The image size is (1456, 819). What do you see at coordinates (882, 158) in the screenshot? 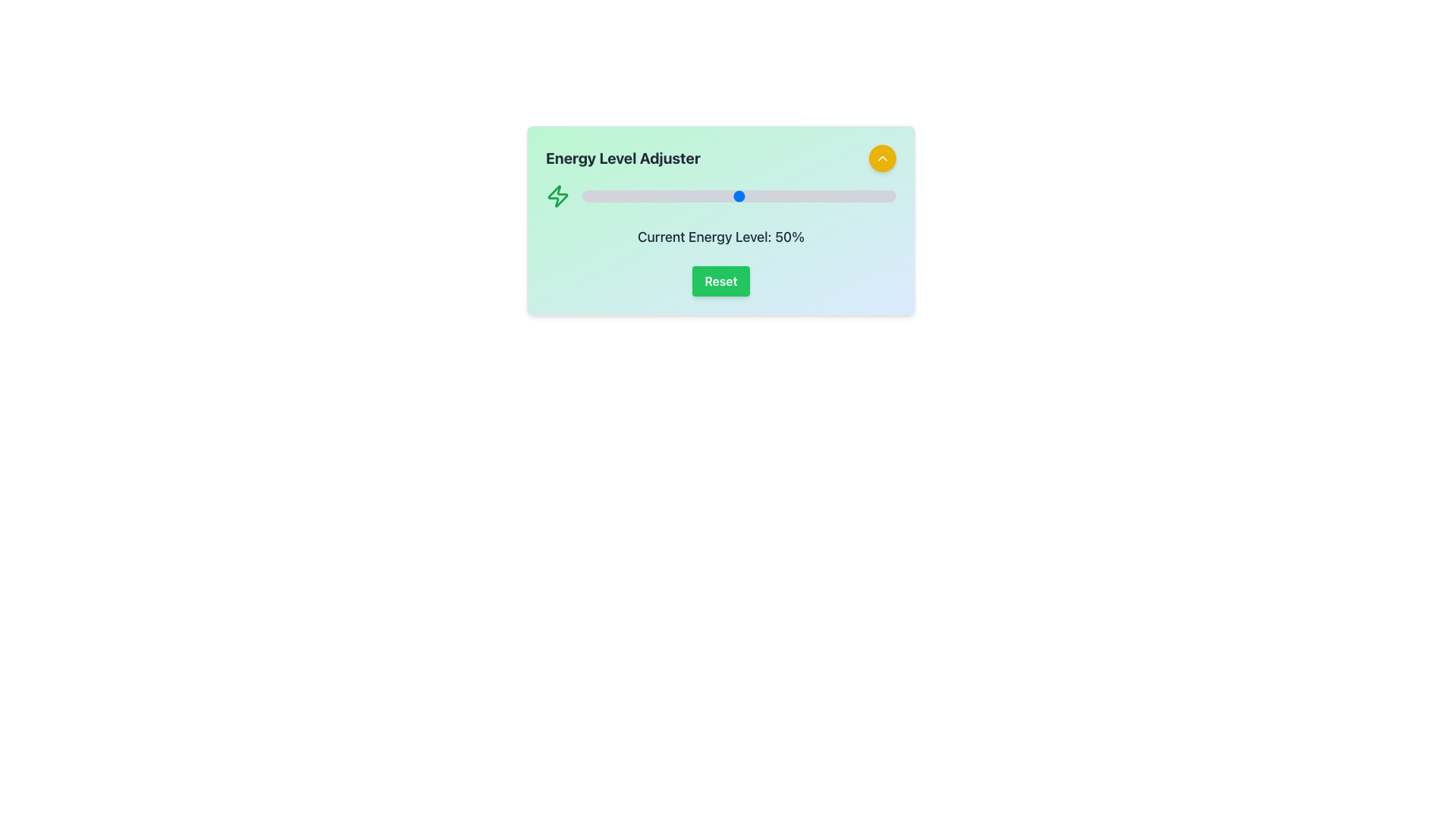
I see `the chevron icon in the circular yellow button located at the top-right corner of the card layout` at bounding box center [882, 158].